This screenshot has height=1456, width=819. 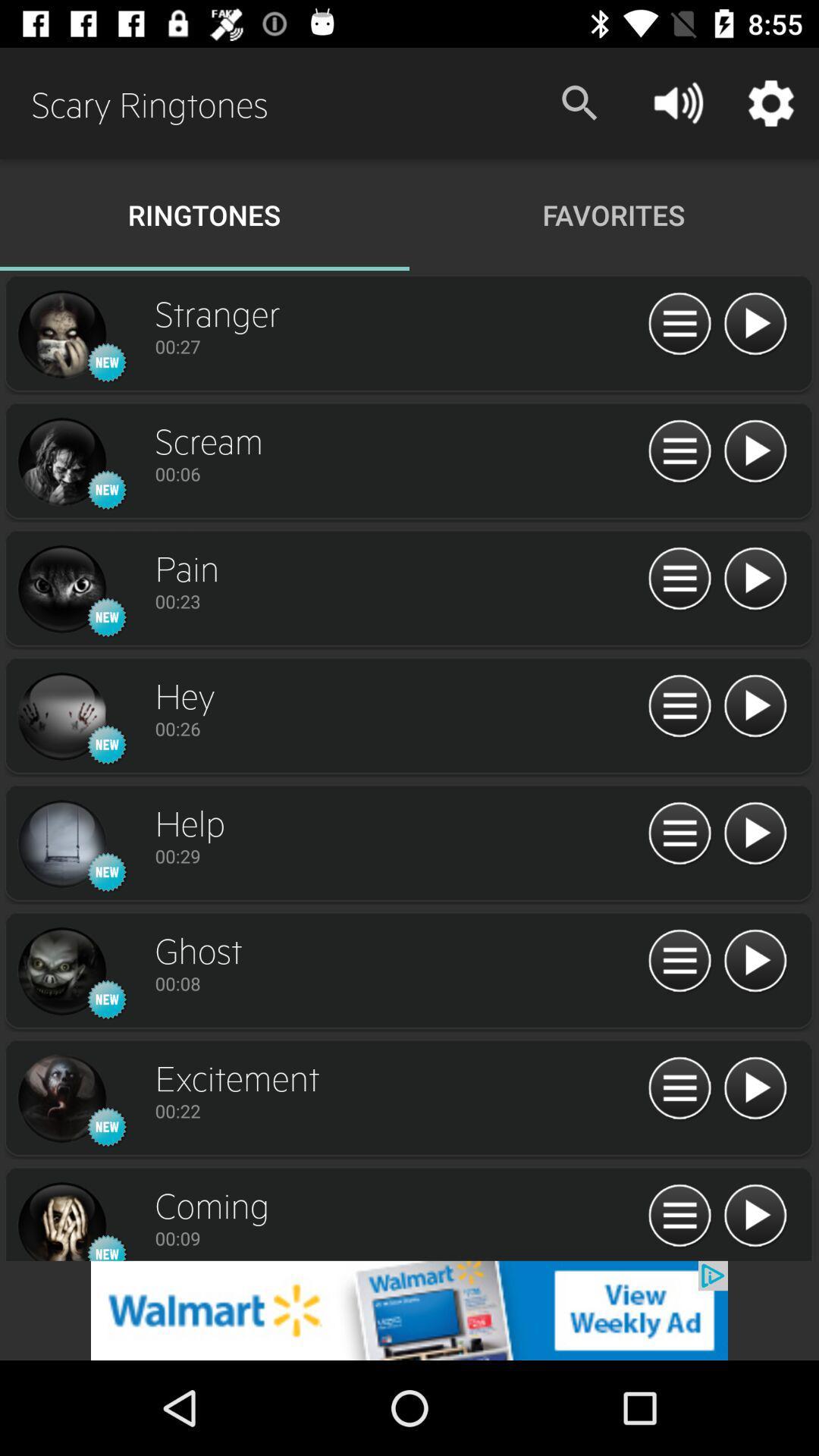 I want to click on menu option, so click(x=679, y=1216).